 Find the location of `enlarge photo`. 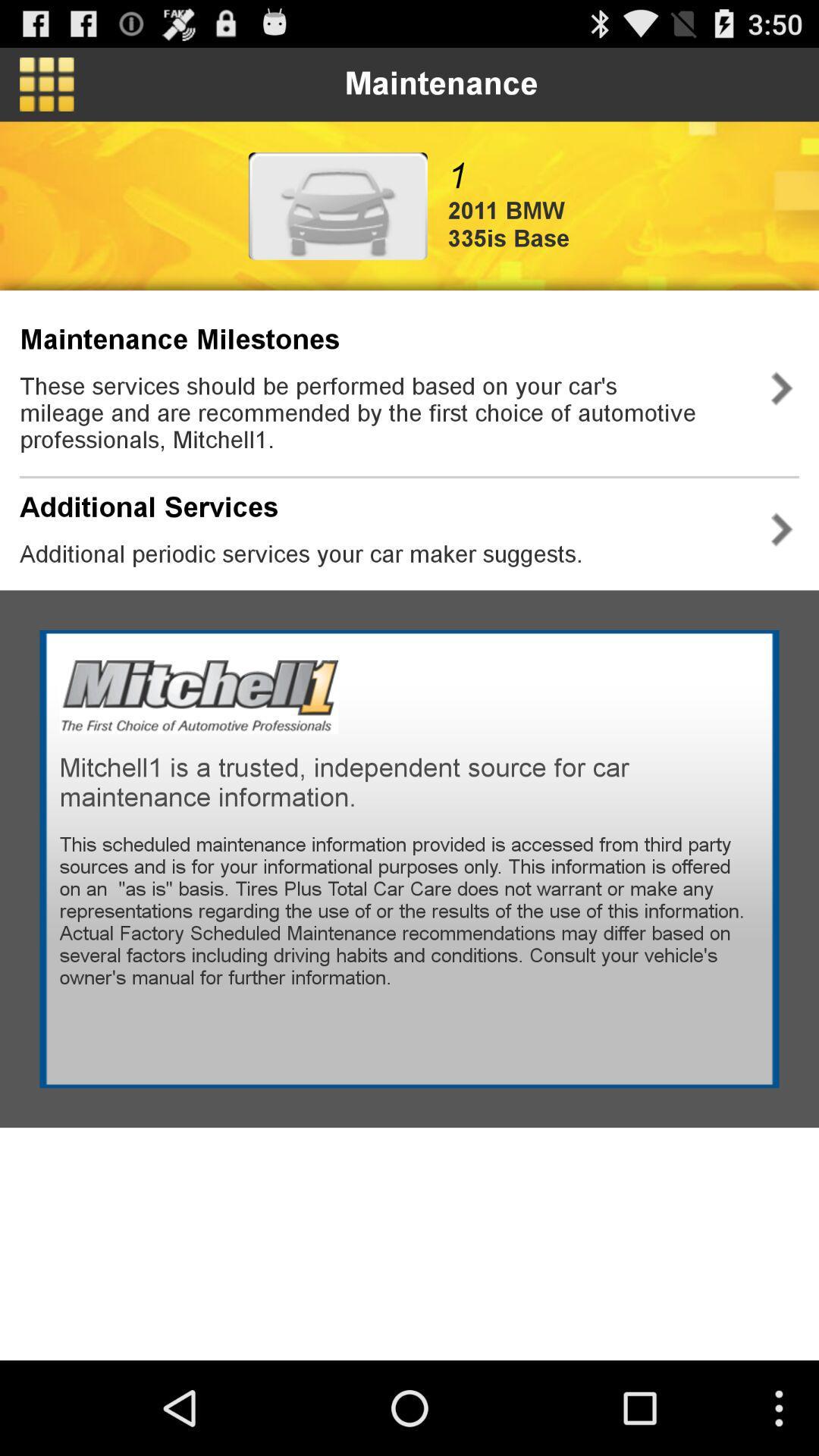

enlarge photo is located at coordinates (337, 205).